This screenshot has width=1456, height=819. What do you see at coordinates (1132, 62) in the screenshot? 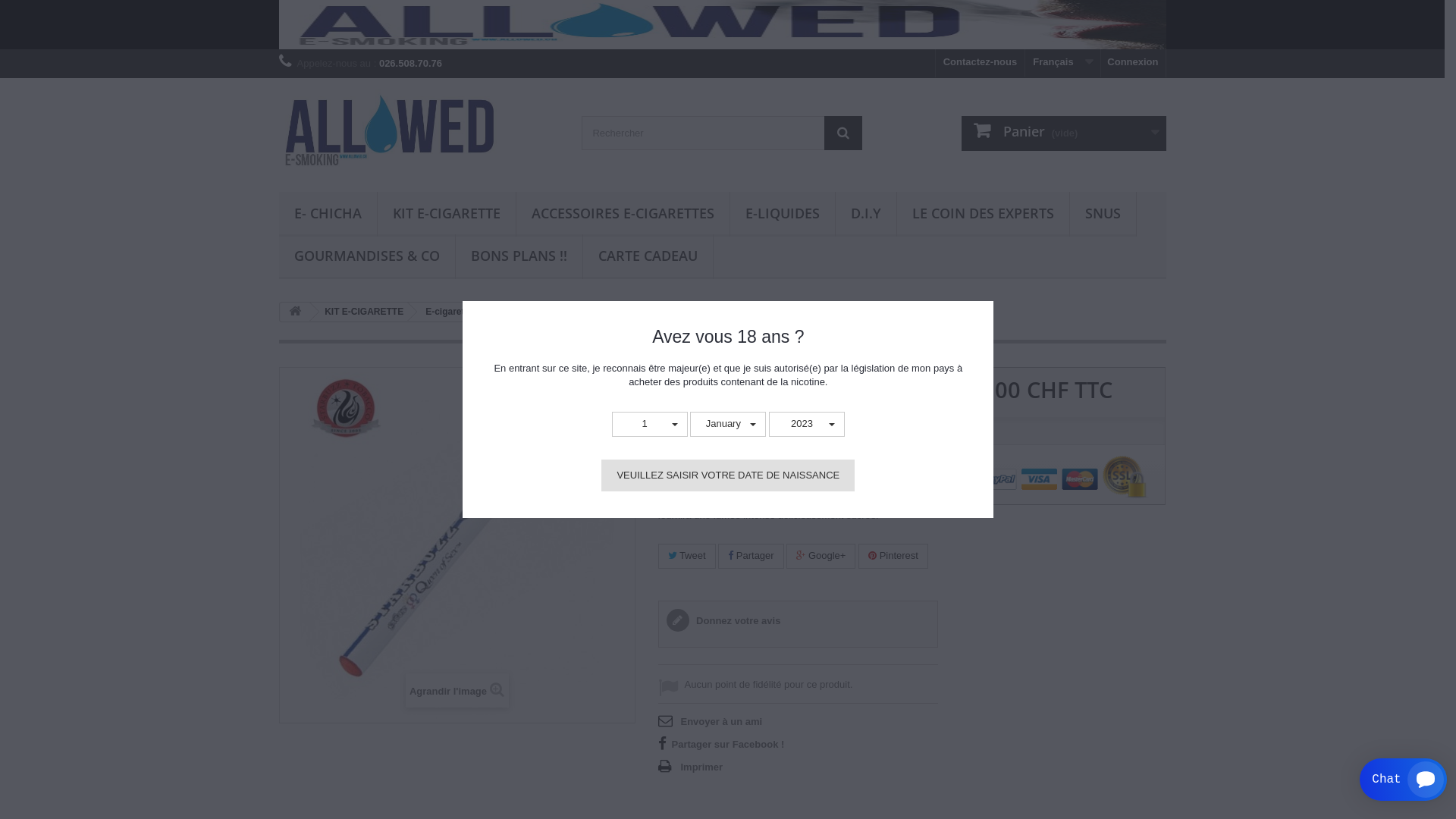
I see `'Connexion'` at bounding box center [1132, 62].